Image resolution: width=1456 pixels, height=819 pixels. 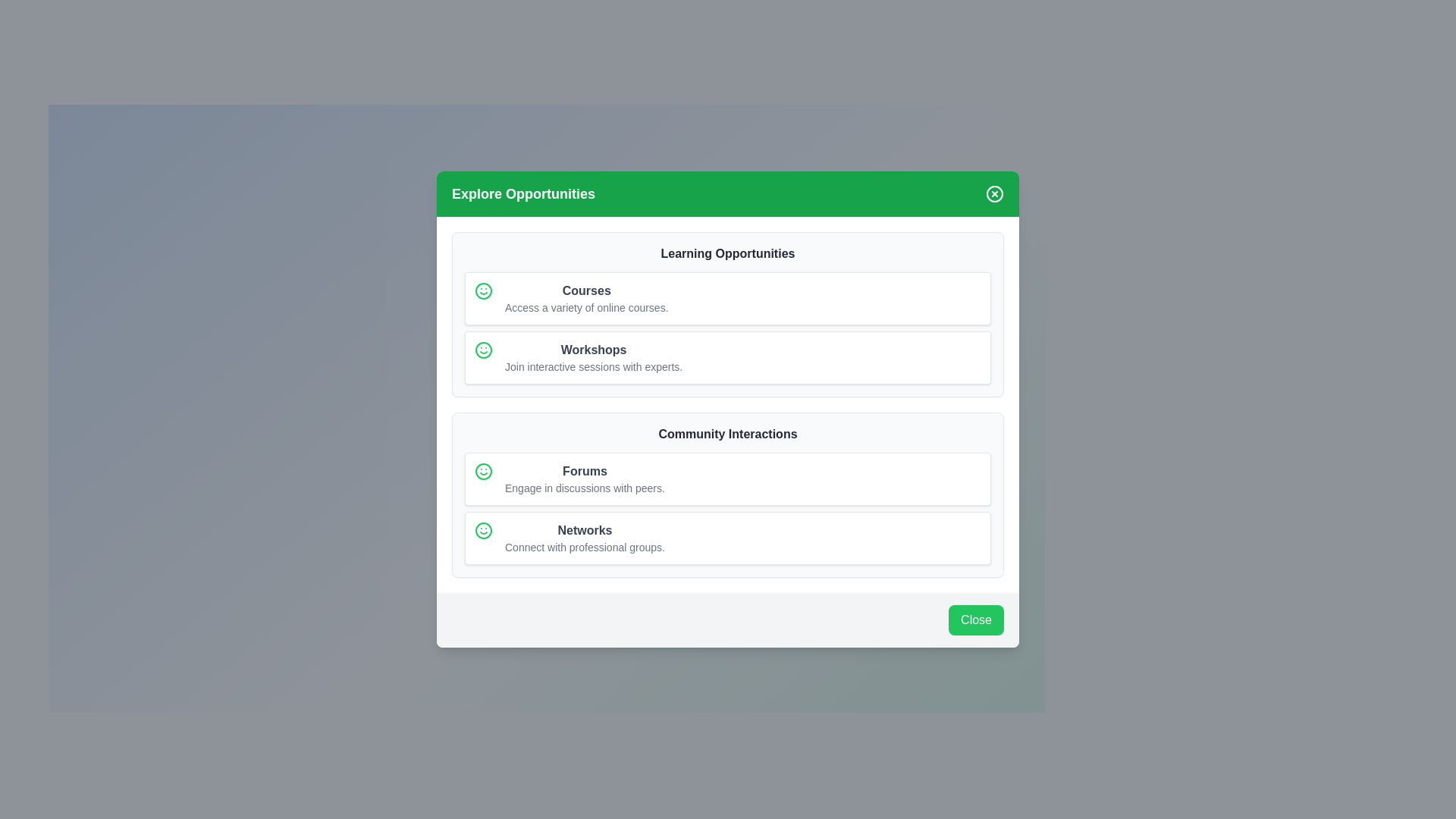 I want to click on the Text Label that serves as a header for networking opportunities, located in the 'Community Interactions' section, positioned between the 'Forums' element and the descriptive text 'Connect with professional groups', so click(x=584, y=529).